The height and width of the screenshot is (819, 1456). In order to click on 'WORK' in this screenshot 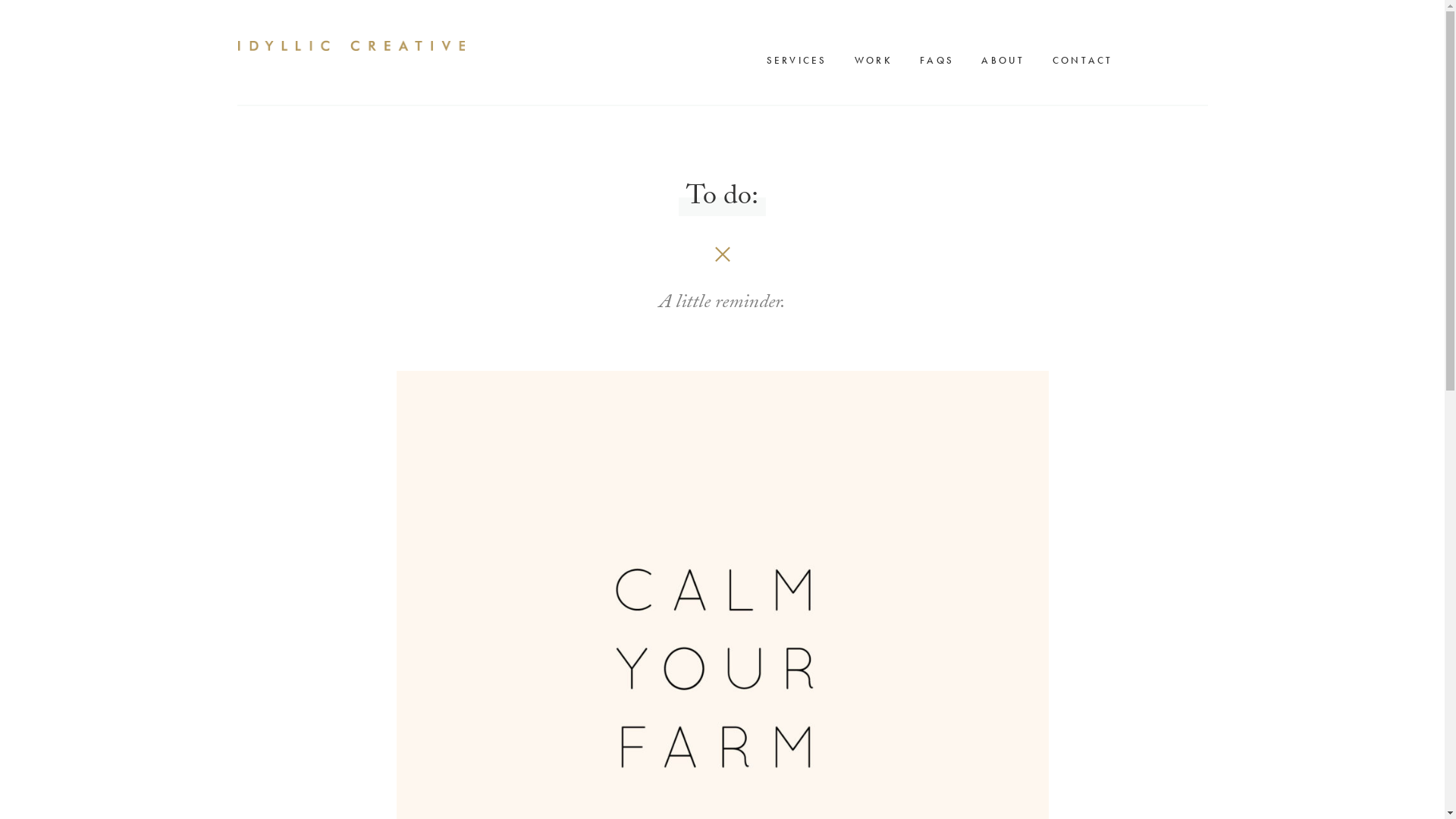, I will do `click(877, 59)`.